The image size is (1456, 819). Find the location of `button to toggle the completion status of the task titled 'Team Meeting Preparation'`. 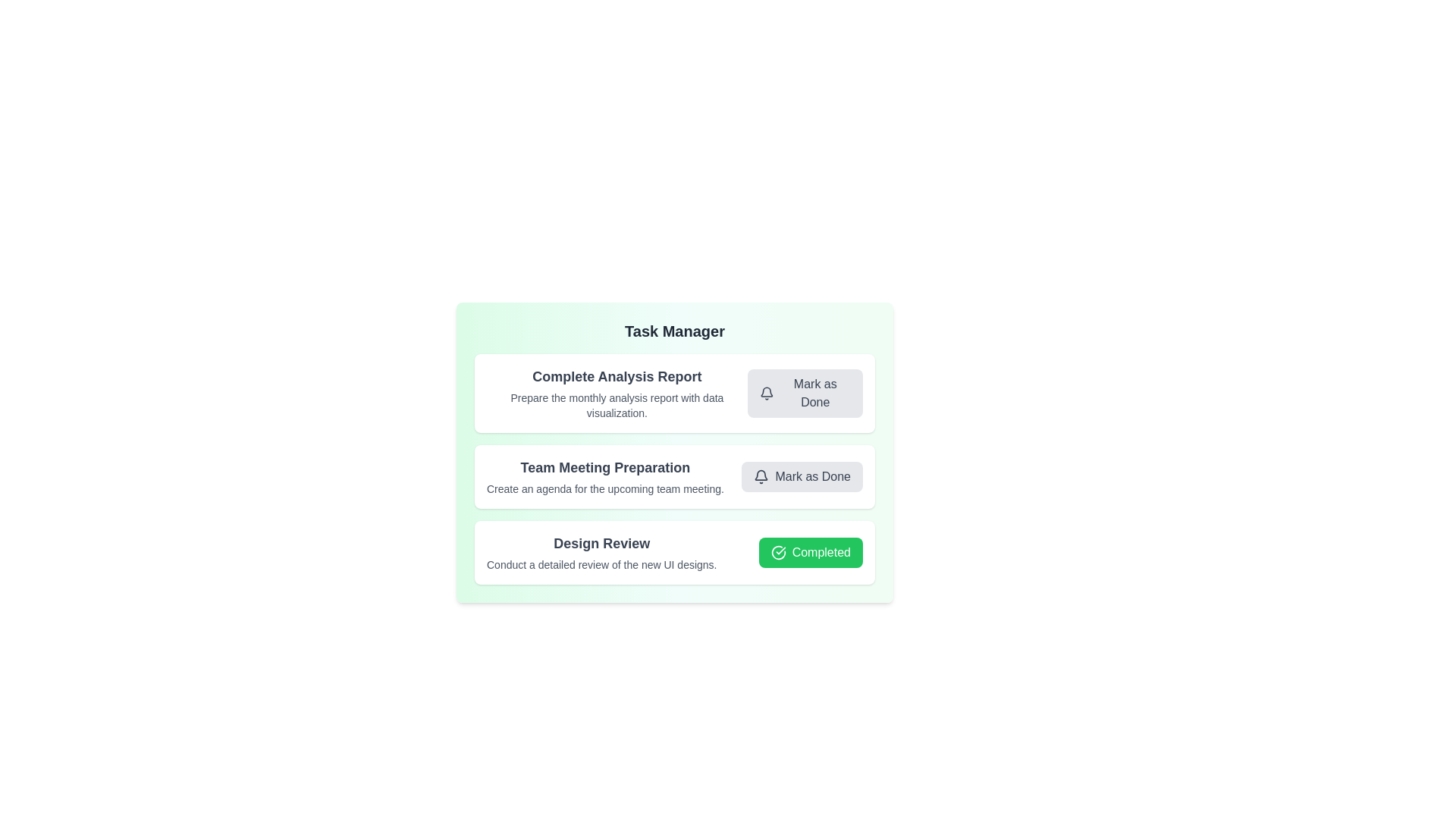

button to toggle the completion status of the task titled 'Team Meeting Preparation' is located at coordinates (802, 475).